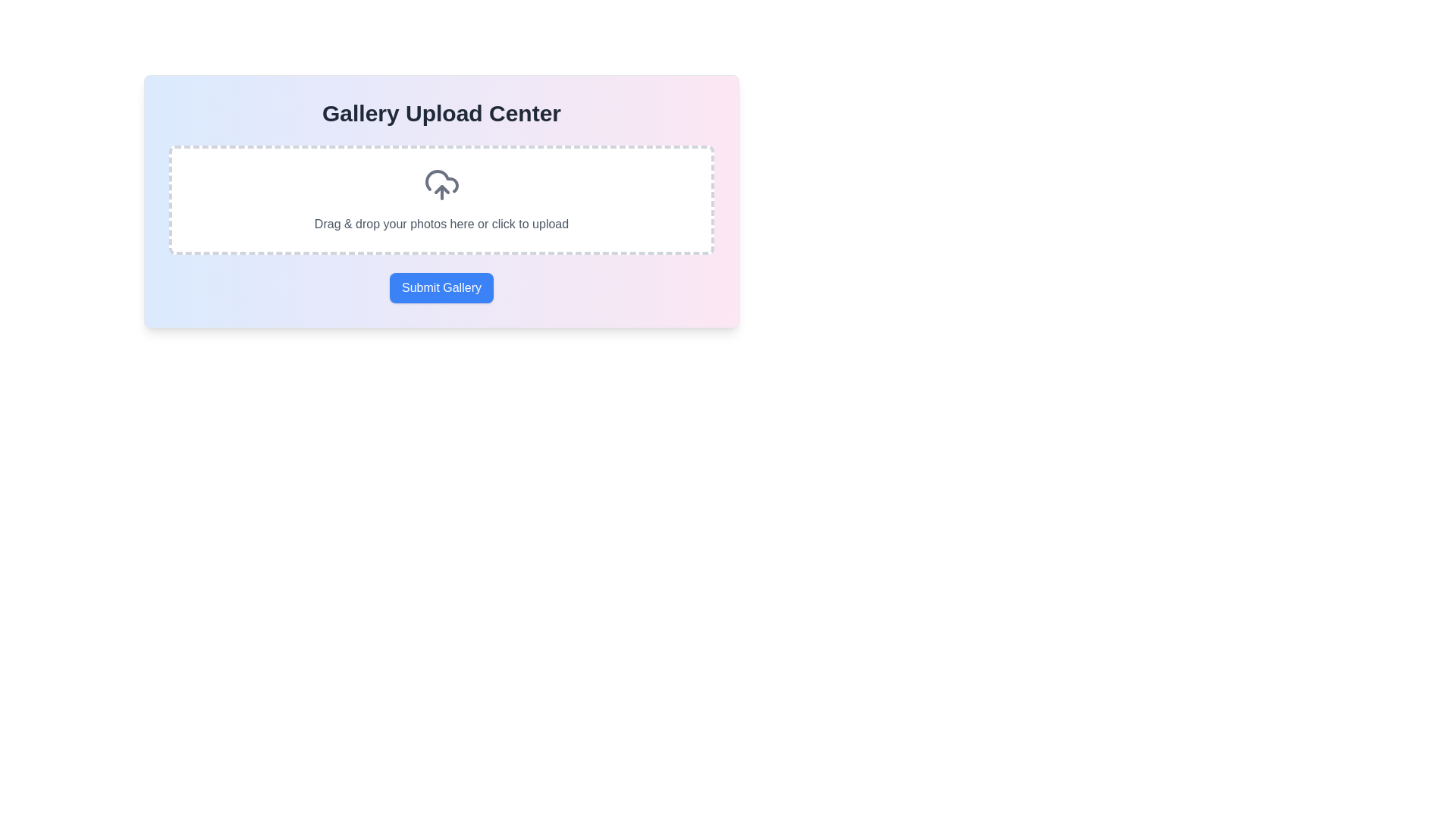 The image size is (1456, 819). What do you see at coordinates (441, 184) in the screenshot?
I see `a file towards the cloud icon with an upward arrow, located at the center of the dashed rectangular zone beneath the 'Gallery Upload Center' title` at bounding box center [441, 184].